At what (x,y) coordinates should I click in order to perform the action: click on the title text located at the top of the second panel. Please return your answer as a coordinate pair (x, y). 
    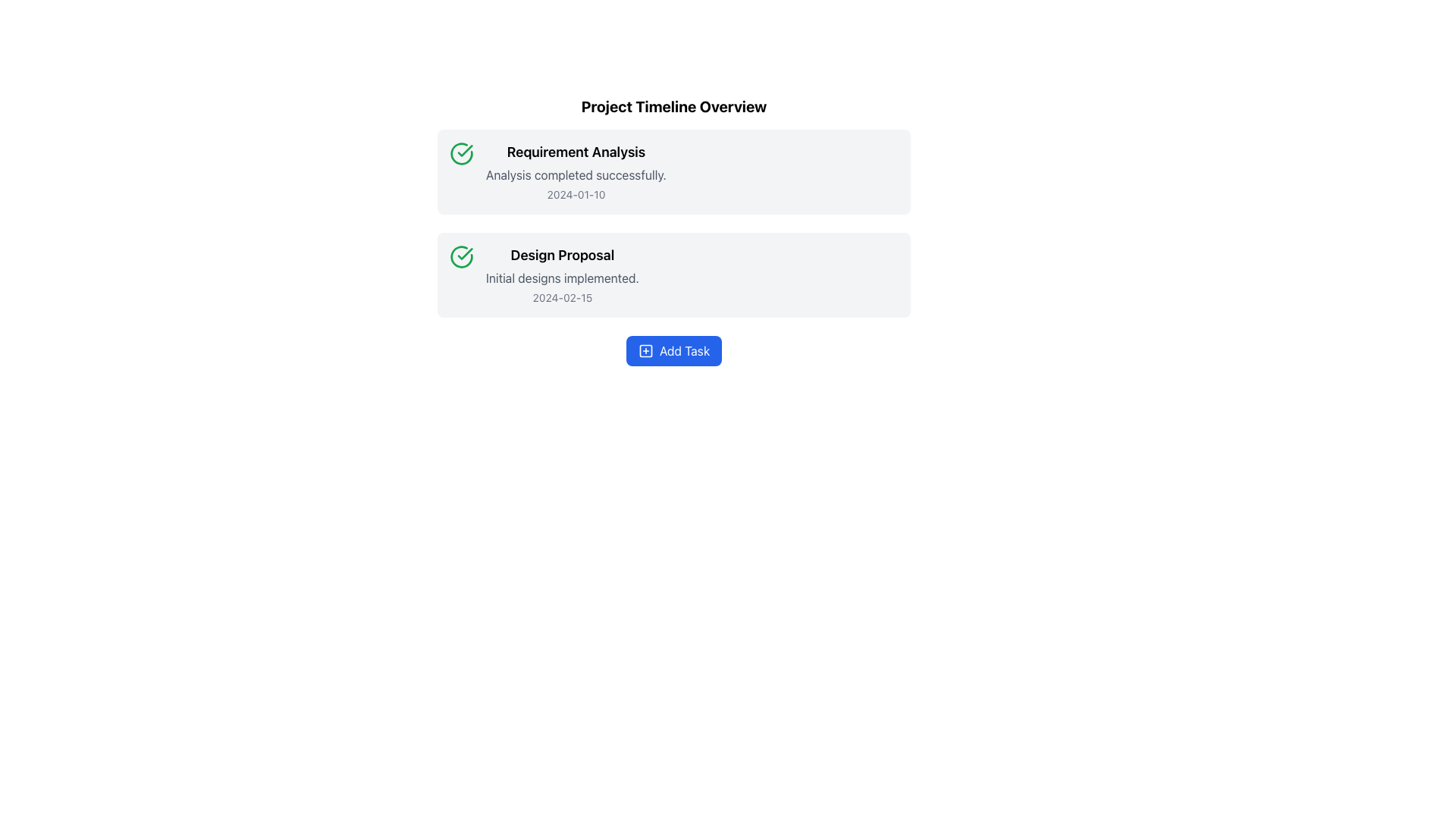
    Looking at the image, I should click on (561, 254).